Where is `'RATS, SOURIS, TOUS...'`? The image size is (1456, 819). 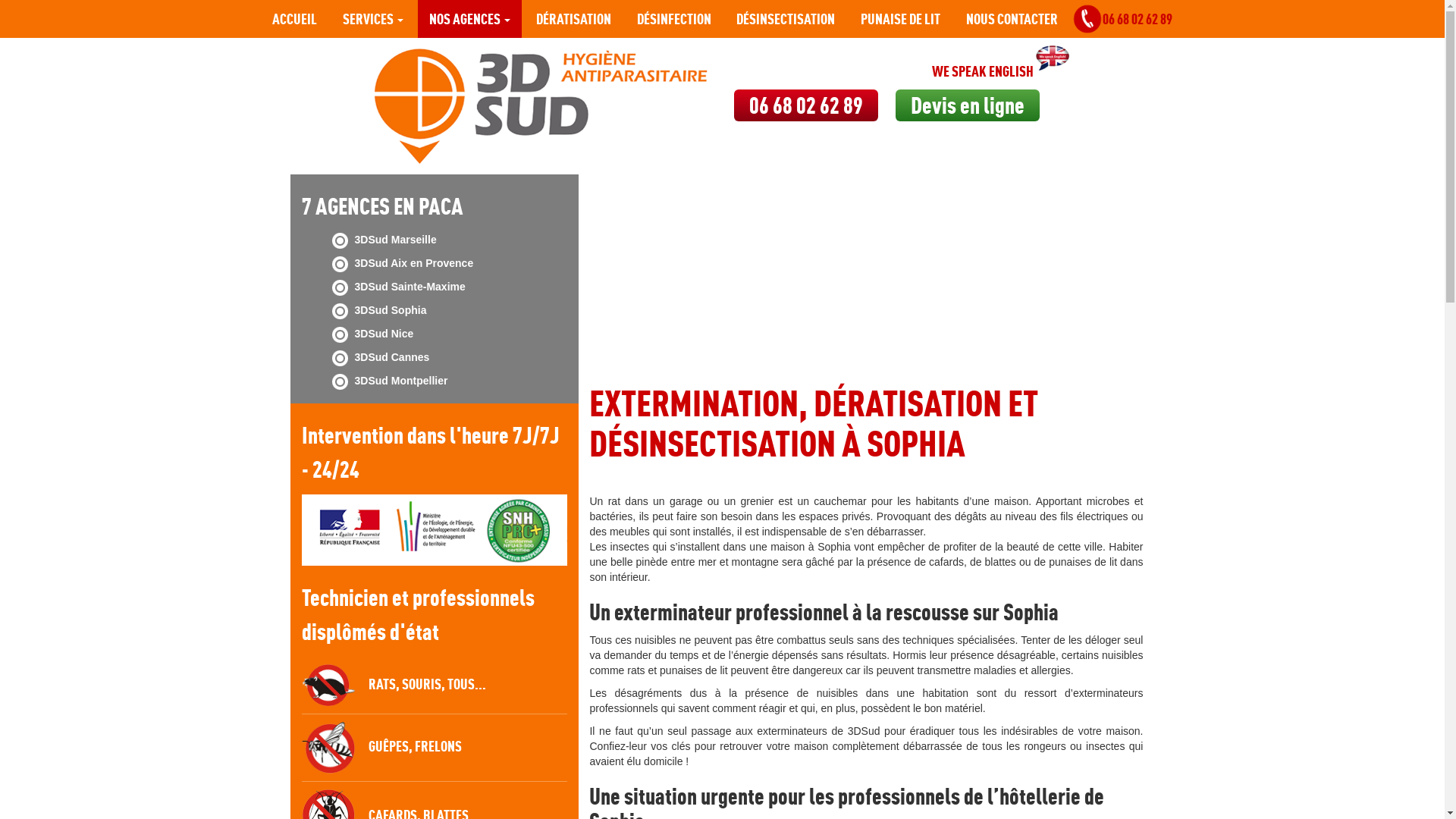 'RATS, SOURIS, TOUS...' is located at coordinates (394, 683).